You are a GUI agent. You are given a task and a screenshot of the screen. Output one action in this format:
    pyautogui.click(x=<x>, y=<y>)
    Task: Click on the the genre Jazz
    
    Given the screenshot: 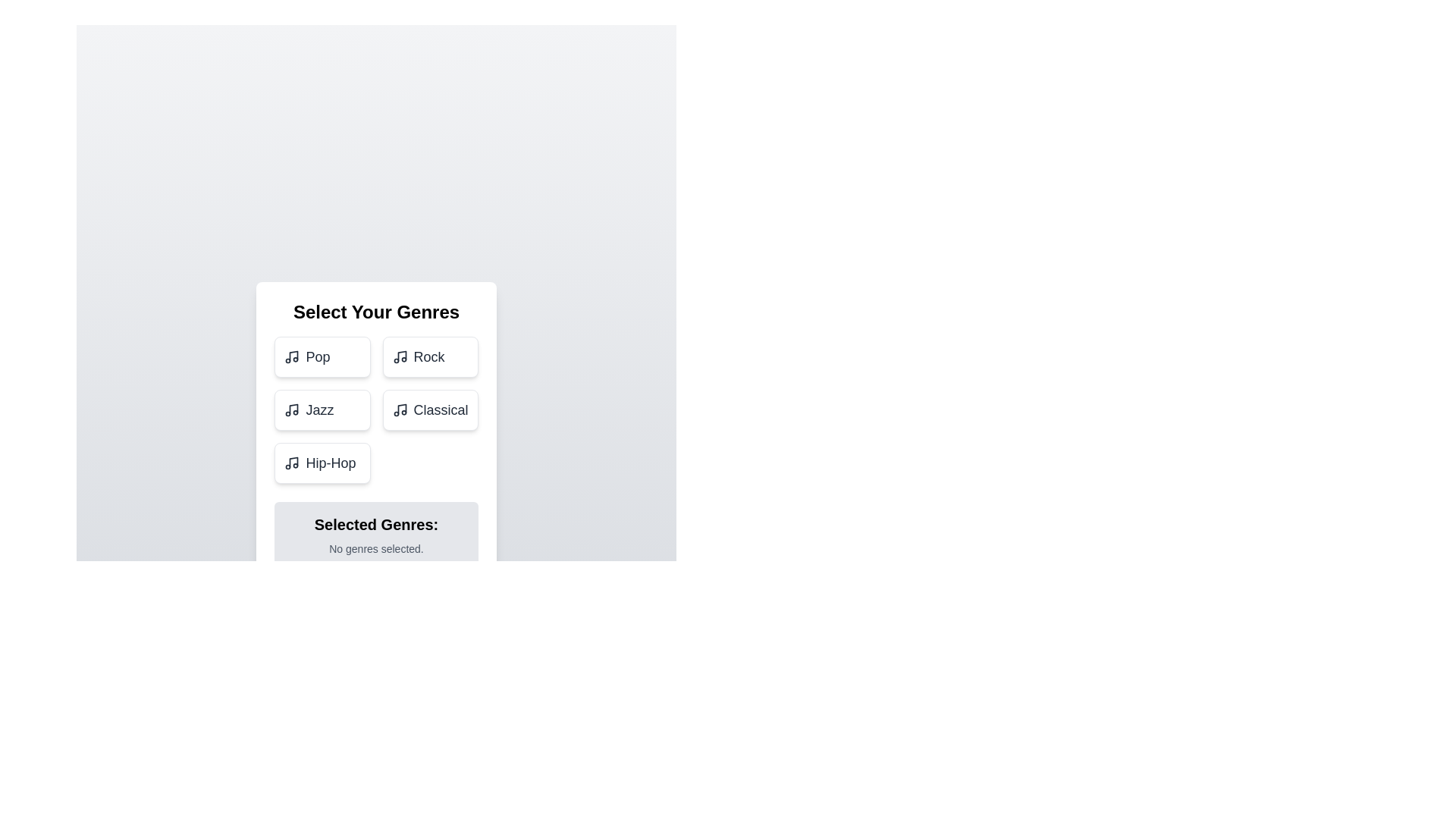 What is the action you would take?
    pyautogui.click(x=322, y=409)
    